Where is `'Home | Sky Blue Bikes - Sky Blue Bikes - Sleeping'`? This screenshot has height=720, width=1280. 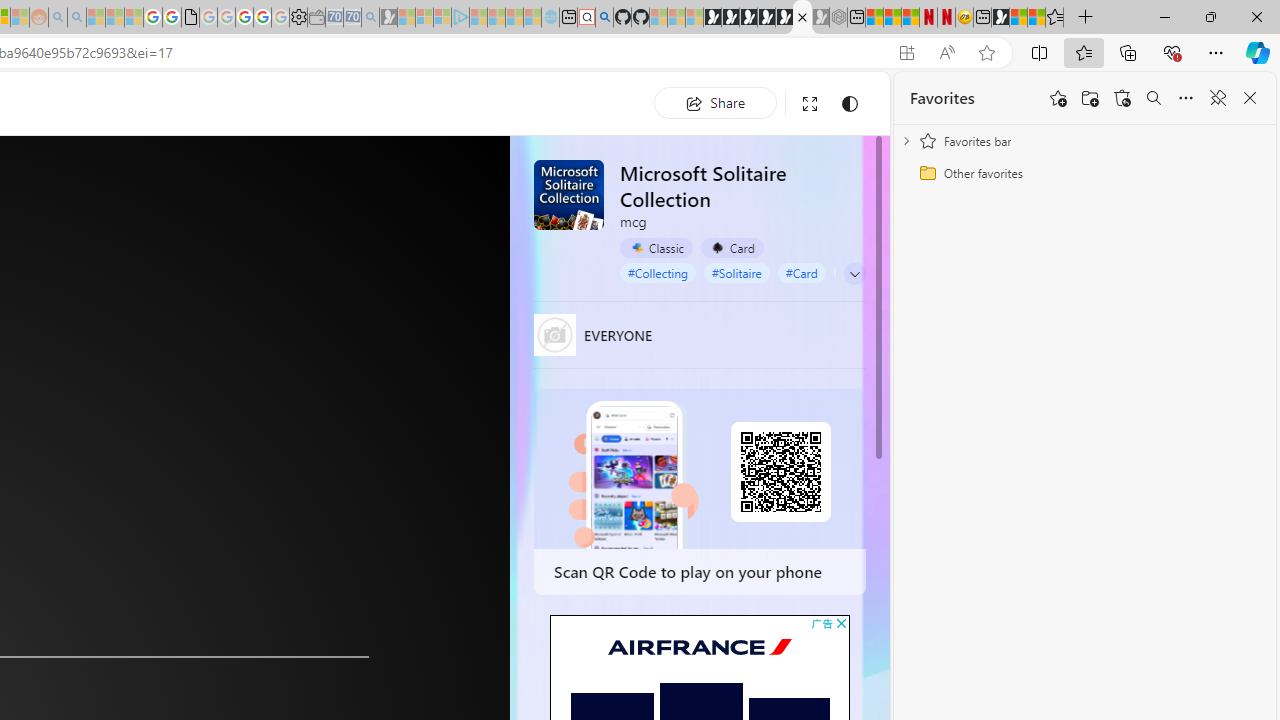 'Home | Sky Blue Bikes - Sky Blue Bikes - Sleeping' is located at coordinates (550, 17).